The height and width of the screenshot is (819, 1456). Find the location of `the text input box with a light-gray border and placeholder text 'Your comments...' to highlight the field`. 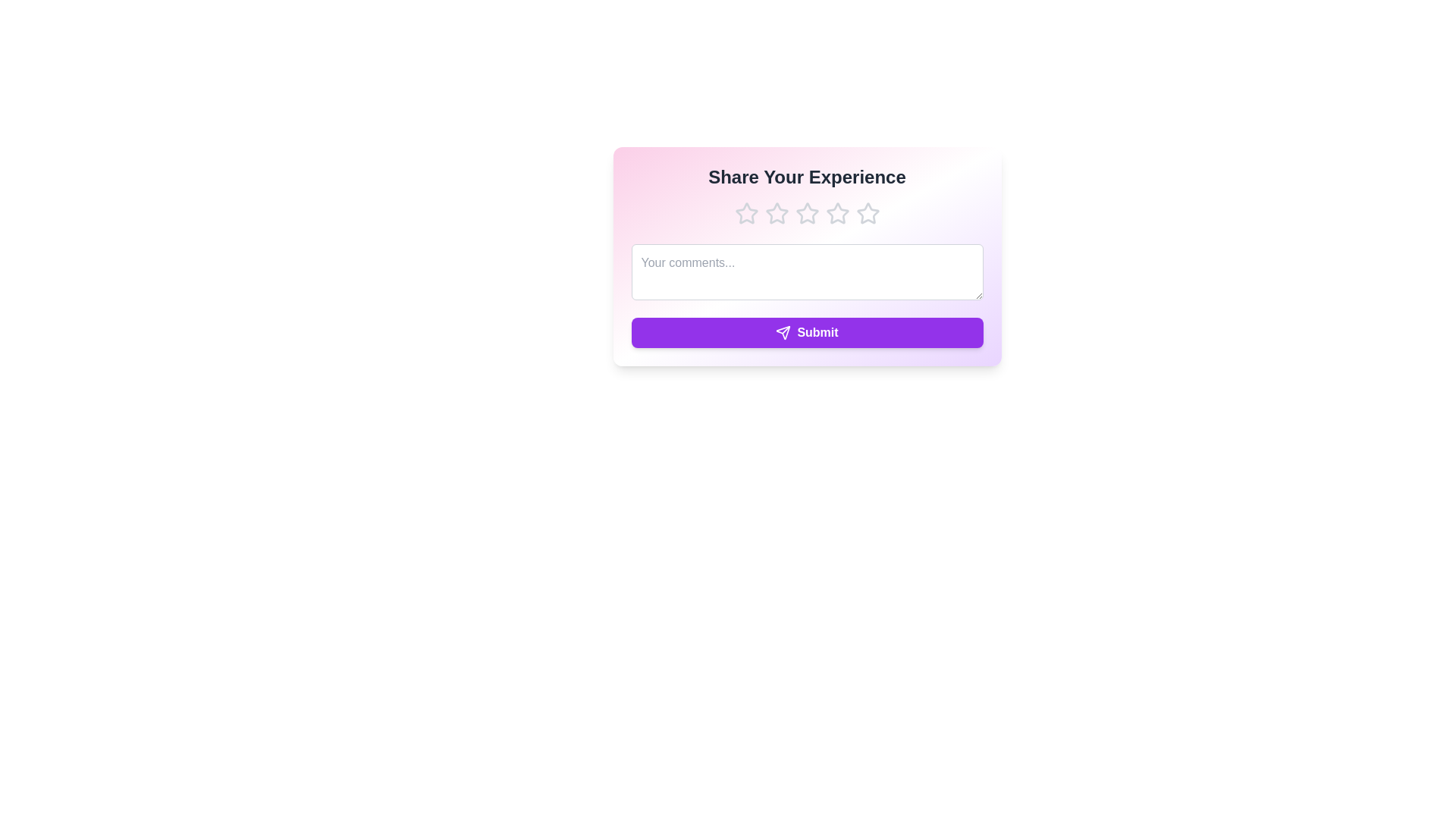

the text input box with a light-gray border and placeholder text 'Your comments...' to highlight the field is located at coordinates (806, 271).